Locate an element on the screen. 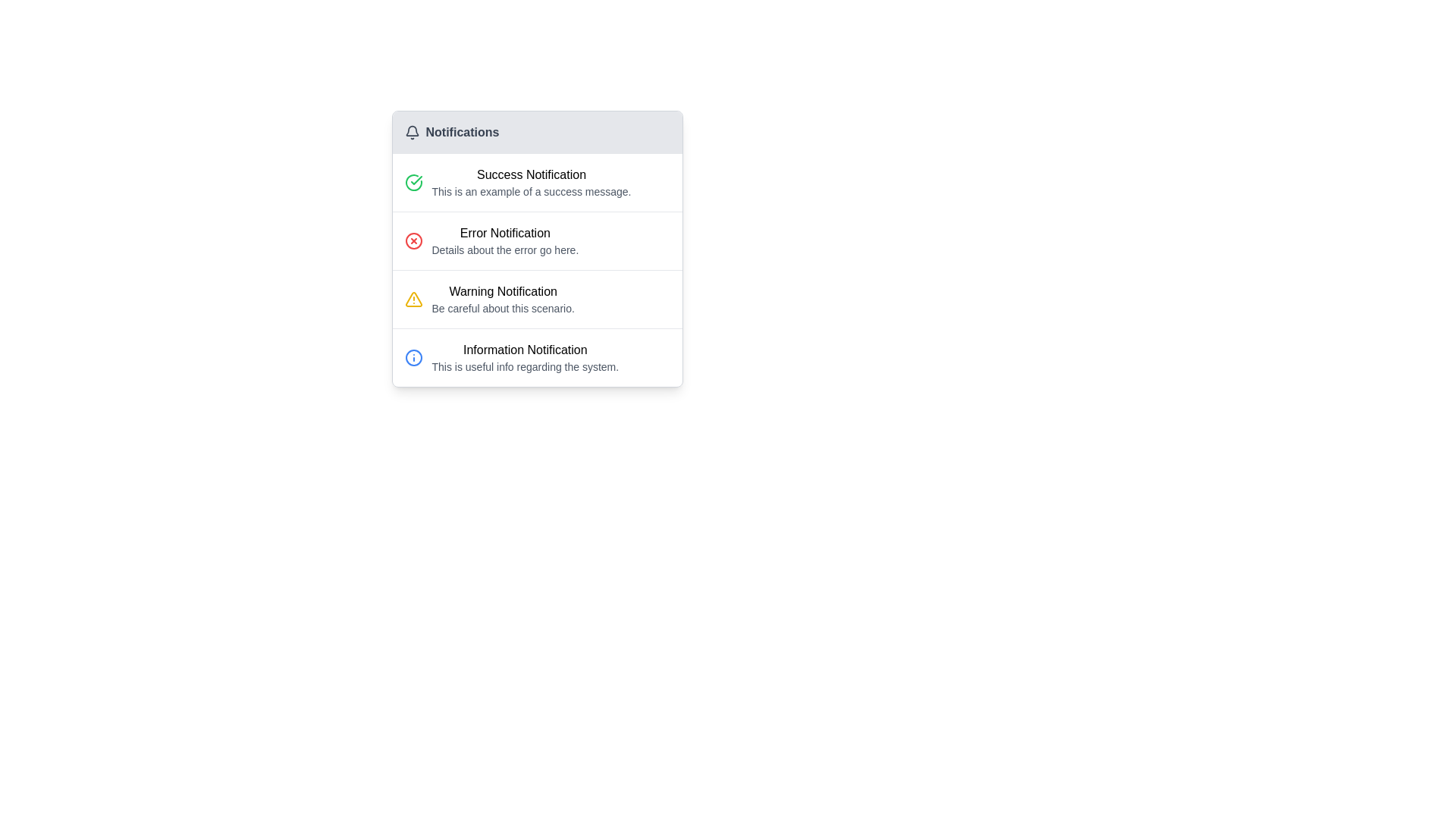  the text element displaying 'Details about the error go here.' which is styled in gray font and located beneath the 'Error Notification' within the notification card is located at coordinates (505, 249).